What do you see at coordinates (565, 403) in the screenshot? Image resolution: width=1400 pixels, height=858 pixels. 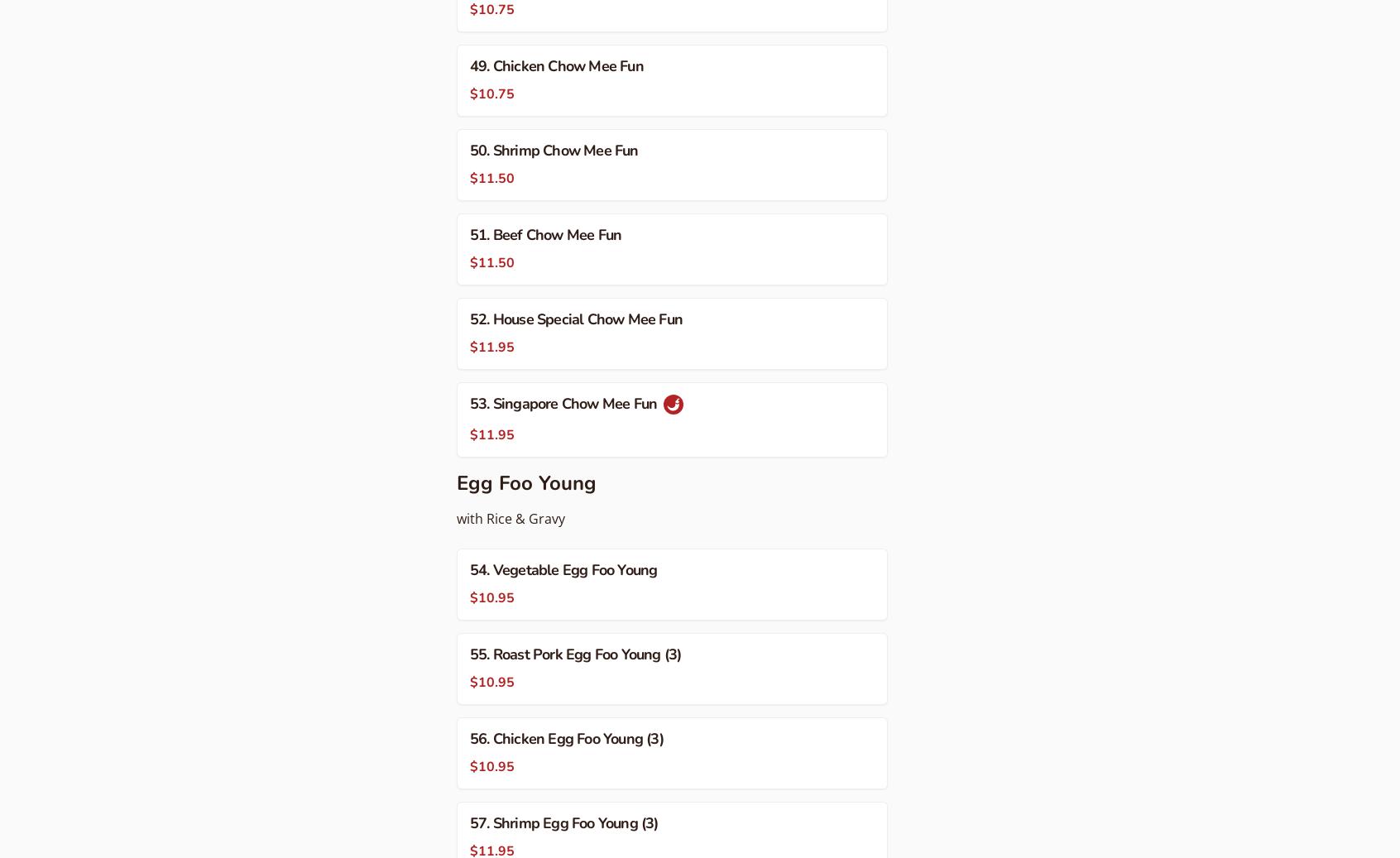 I see `'53. Singapore Chow Mee Fun'` at bounding box center [565, 403].